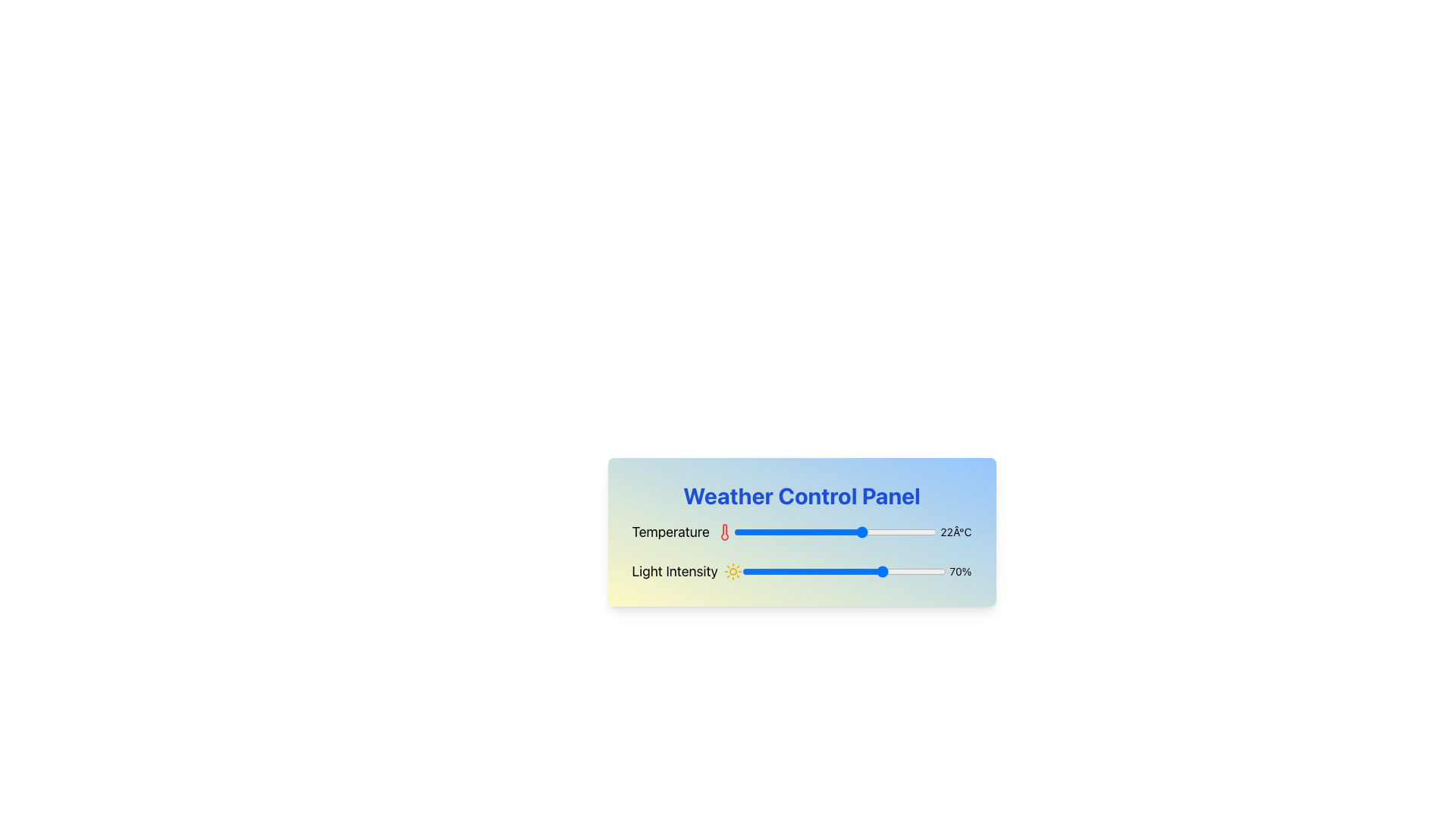 This screenshot has height=819, width=1456. I want to click on light intensity, so click(852, 571).